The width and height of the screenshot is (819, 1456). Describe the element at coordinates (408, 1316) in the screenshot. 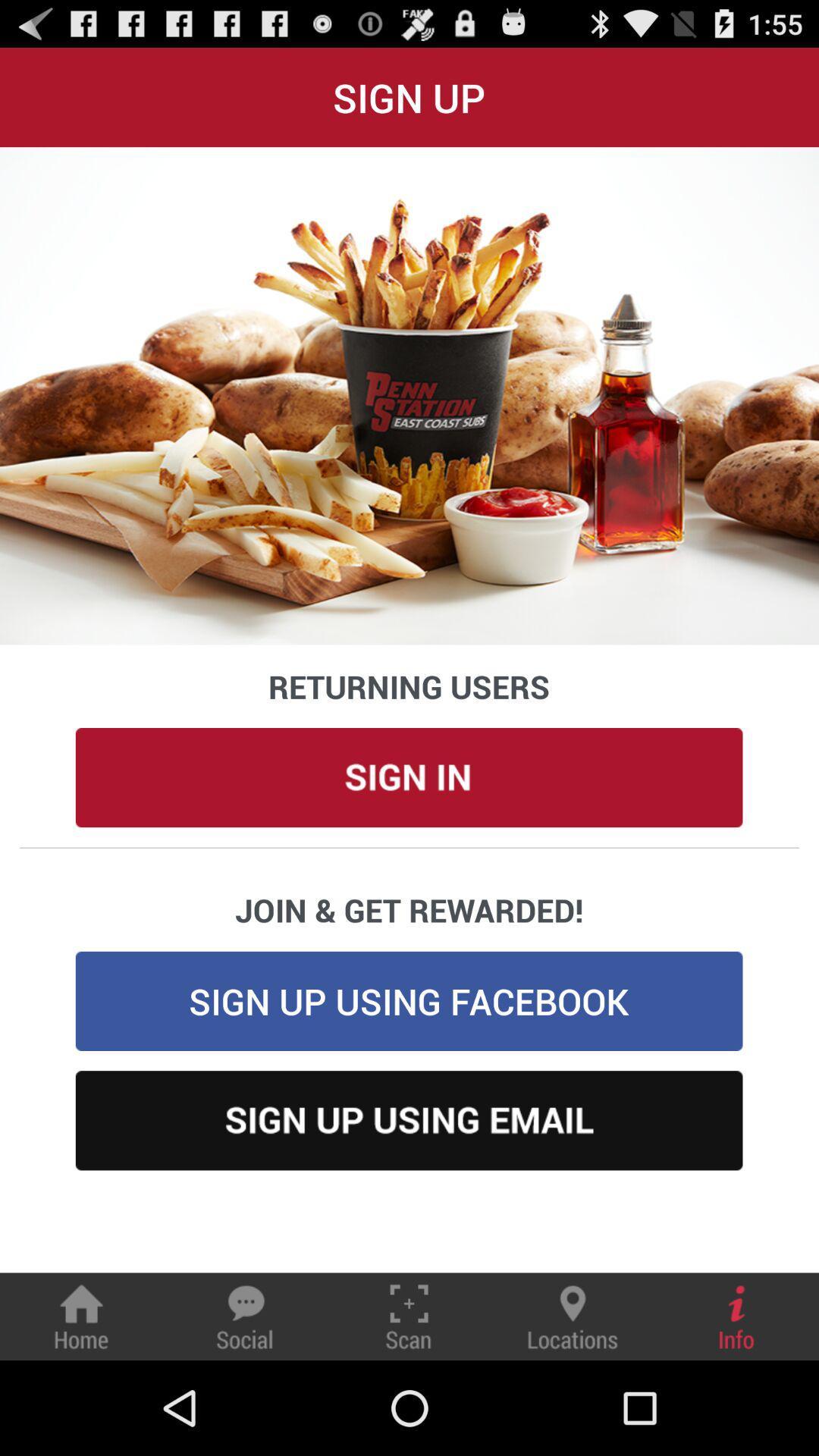

I see `the scan button along with image` at that location.